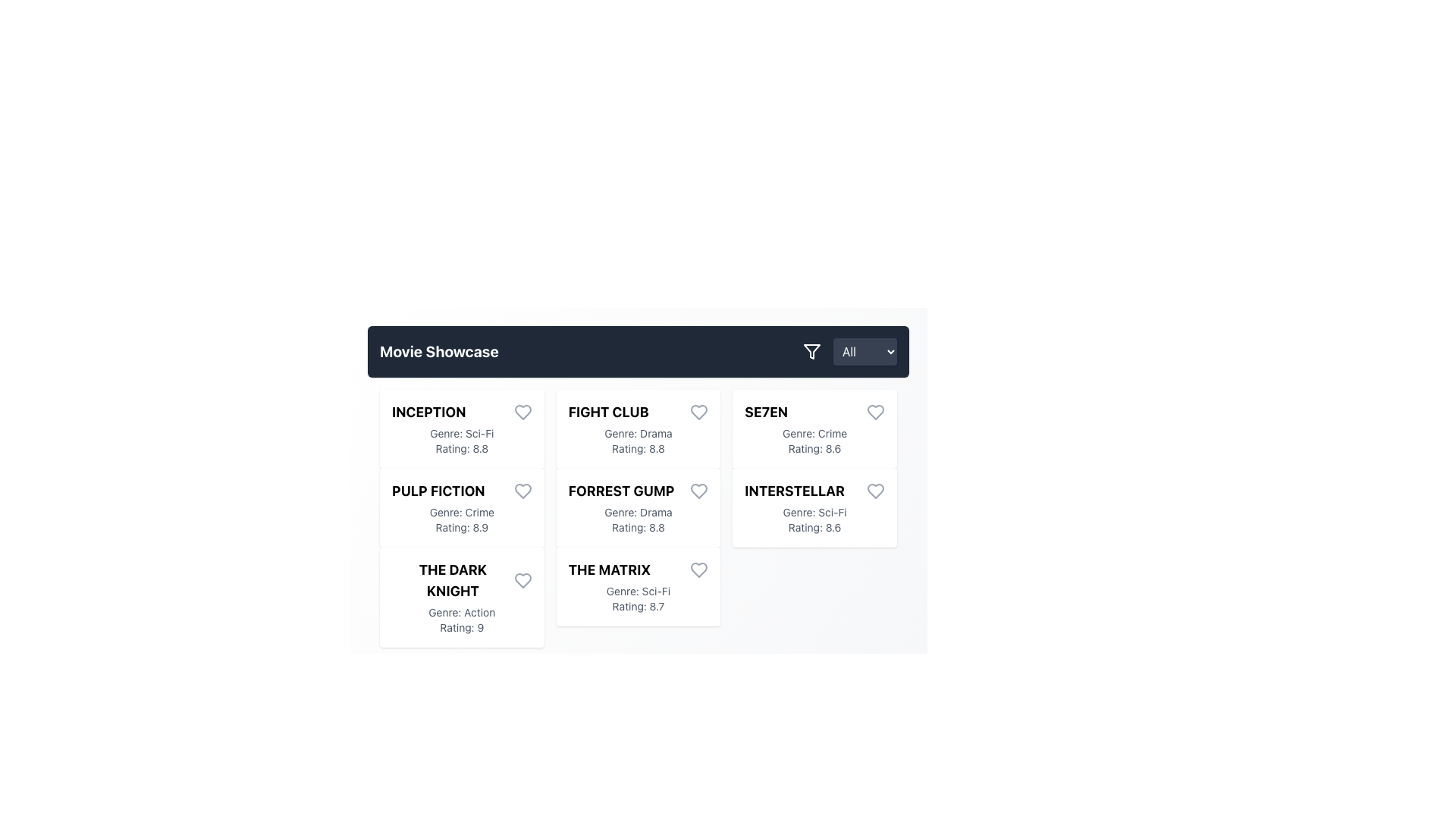 The image size is (1456, 819). Describe the element at coordinates (438, 491) in the screenshot. I see `the bold uppercase text label reading 'Pulp Fiction' located in the second row, first column of the grid layout` at that location.